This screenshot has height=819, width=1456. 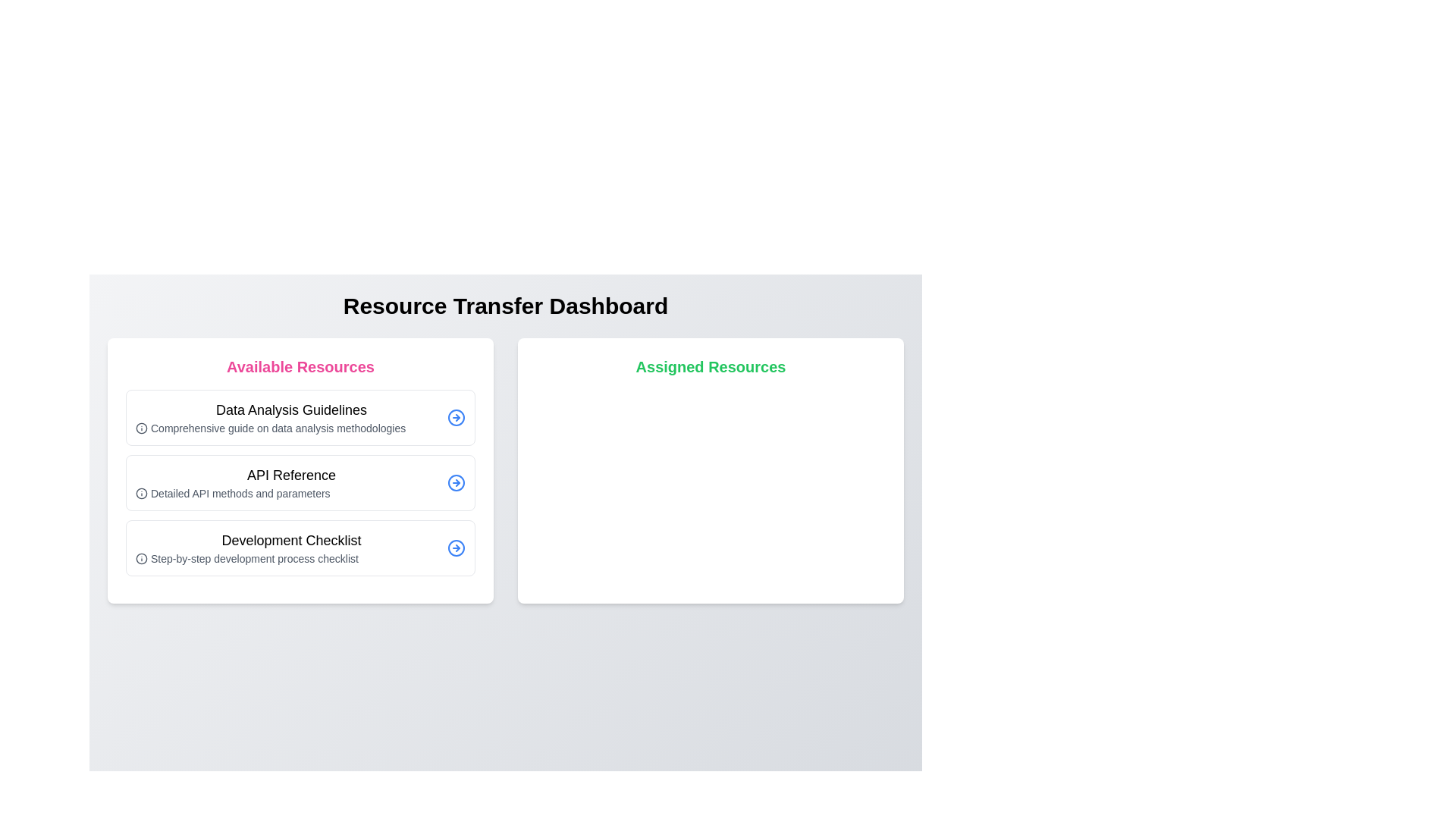 I want to click on the icon that serves as a visual marker for the 'API Reference' resource item, located before the text 'Detailed API methods and parameters' in the left column of the dashboard, so click(x=142, y=494).